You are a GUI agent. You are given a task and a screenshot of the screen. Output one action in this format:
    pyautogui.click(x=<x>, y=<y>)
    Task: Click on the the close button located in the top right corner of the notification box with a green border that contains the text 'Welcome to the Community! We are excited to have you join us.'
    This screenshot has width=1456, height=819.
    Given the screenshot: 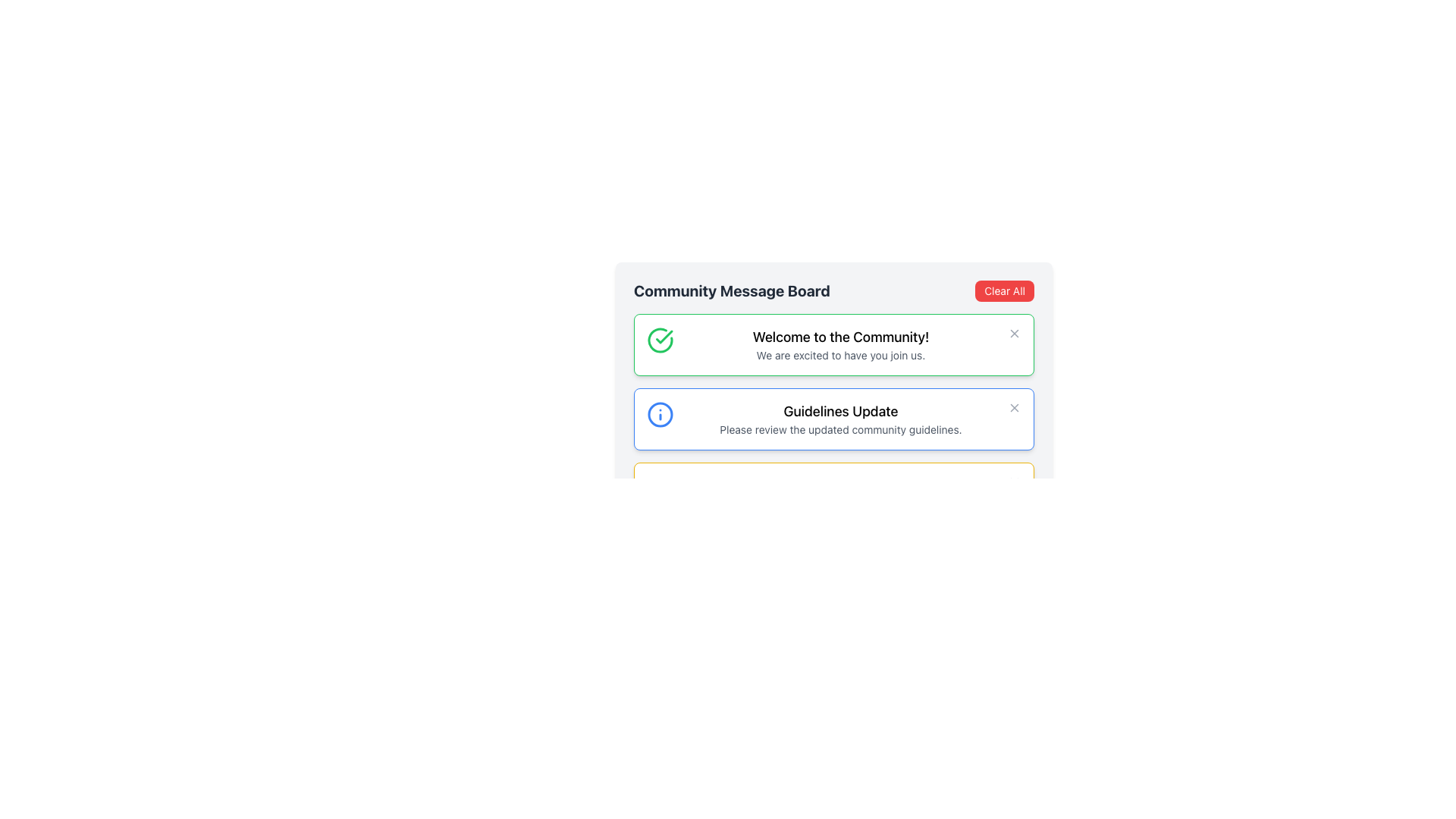 What is the action you would take?
    pyautogui.click(x=1015, y=332)
    